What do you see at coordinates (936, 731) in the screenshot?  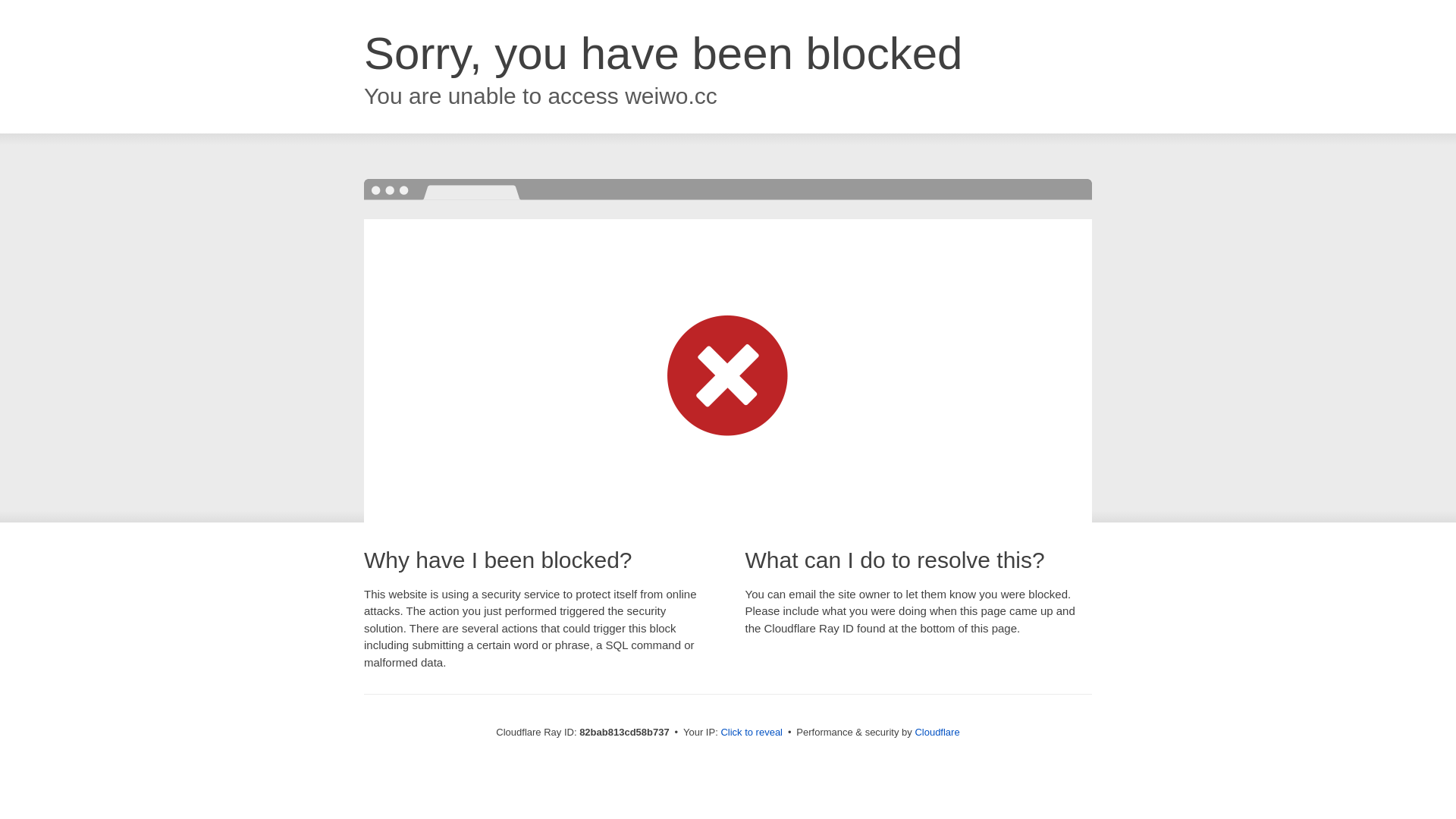 I see `'Cloudflare'` at bounding box center [936, 731].